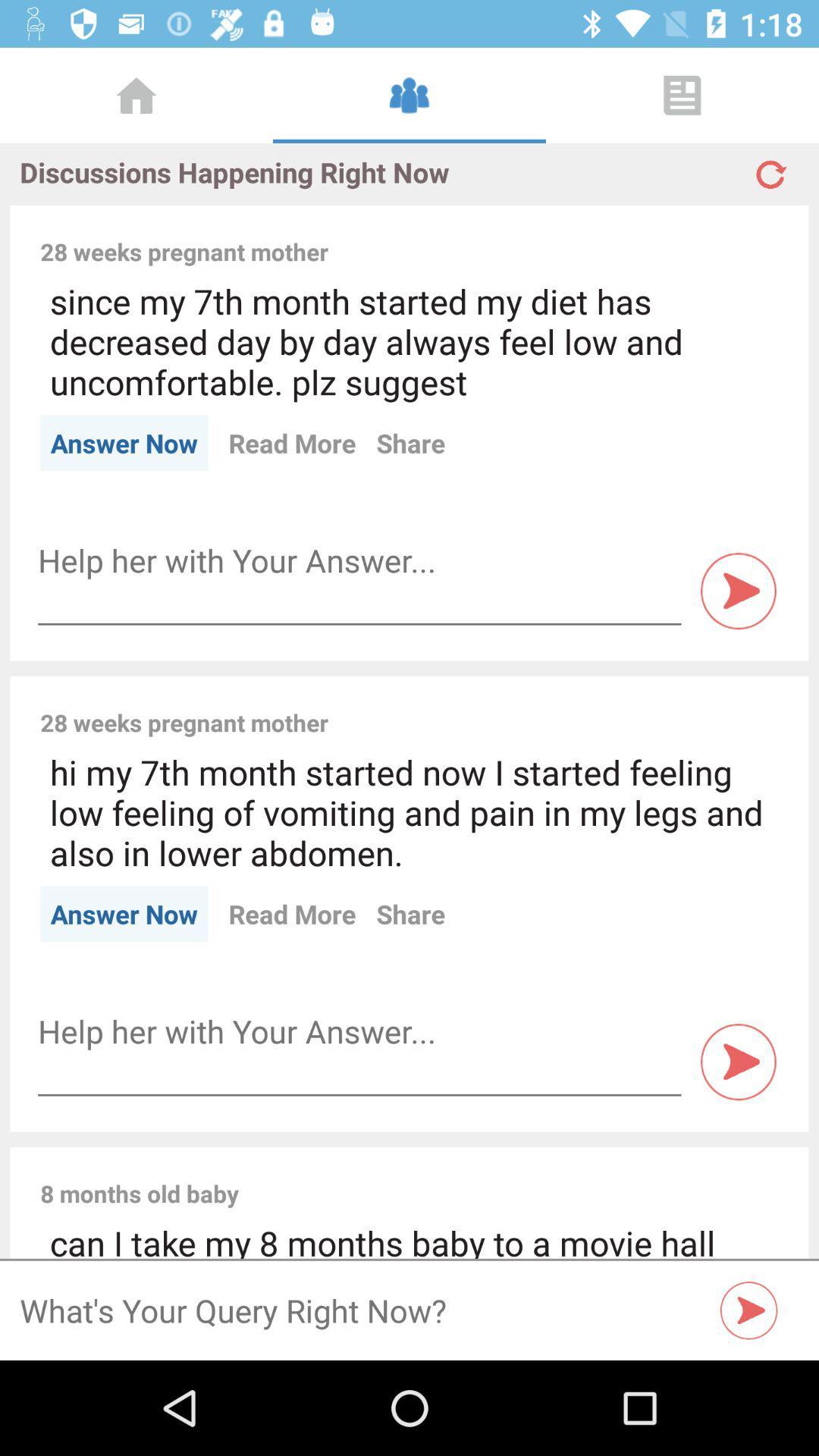  Describe the element at coordinates (738, 1061) in the screenshot. I see `next` at that location.